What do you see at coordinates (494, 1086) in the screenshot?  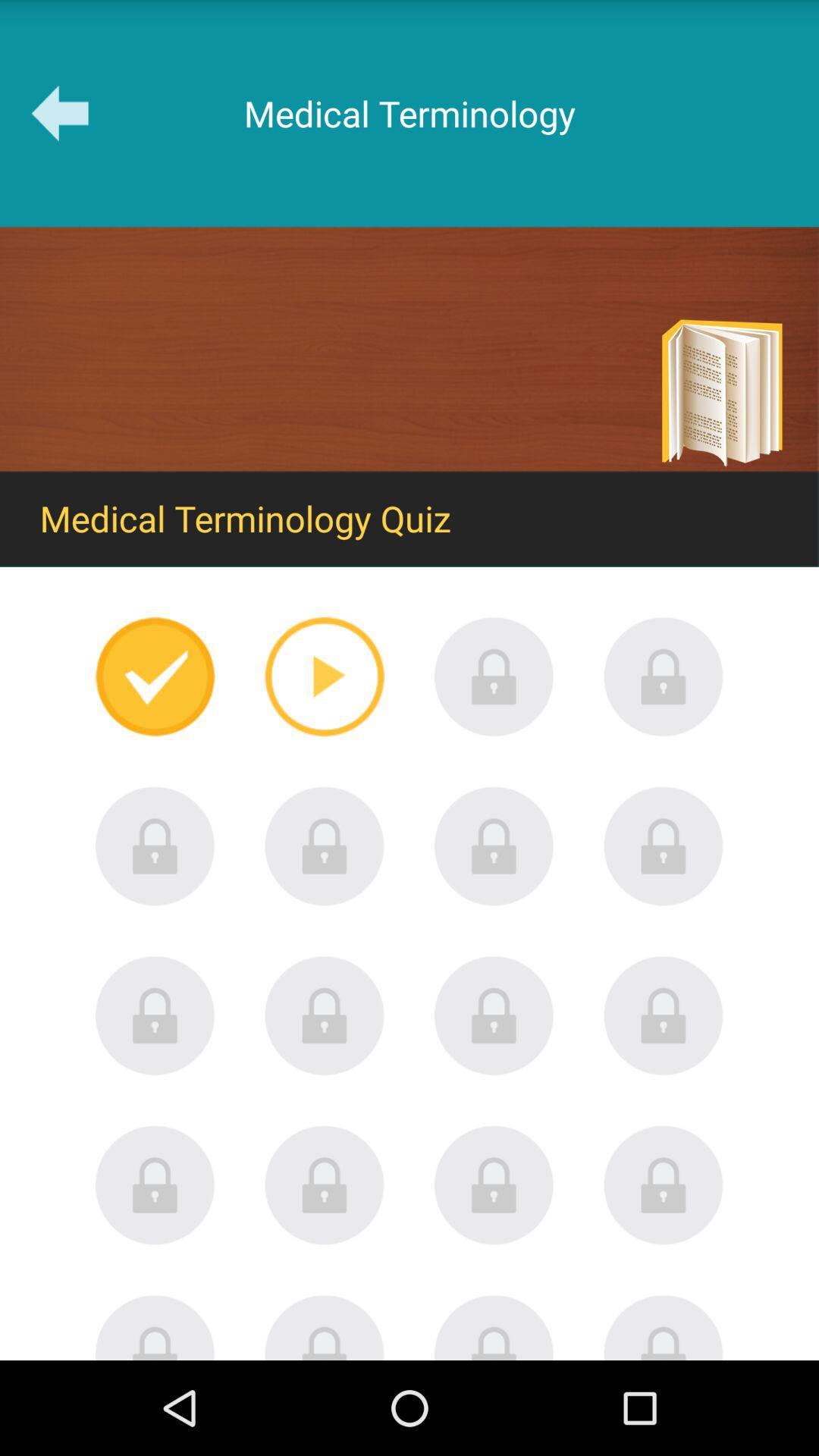 I see `the lock icon` at bounding box center [494, 1086].